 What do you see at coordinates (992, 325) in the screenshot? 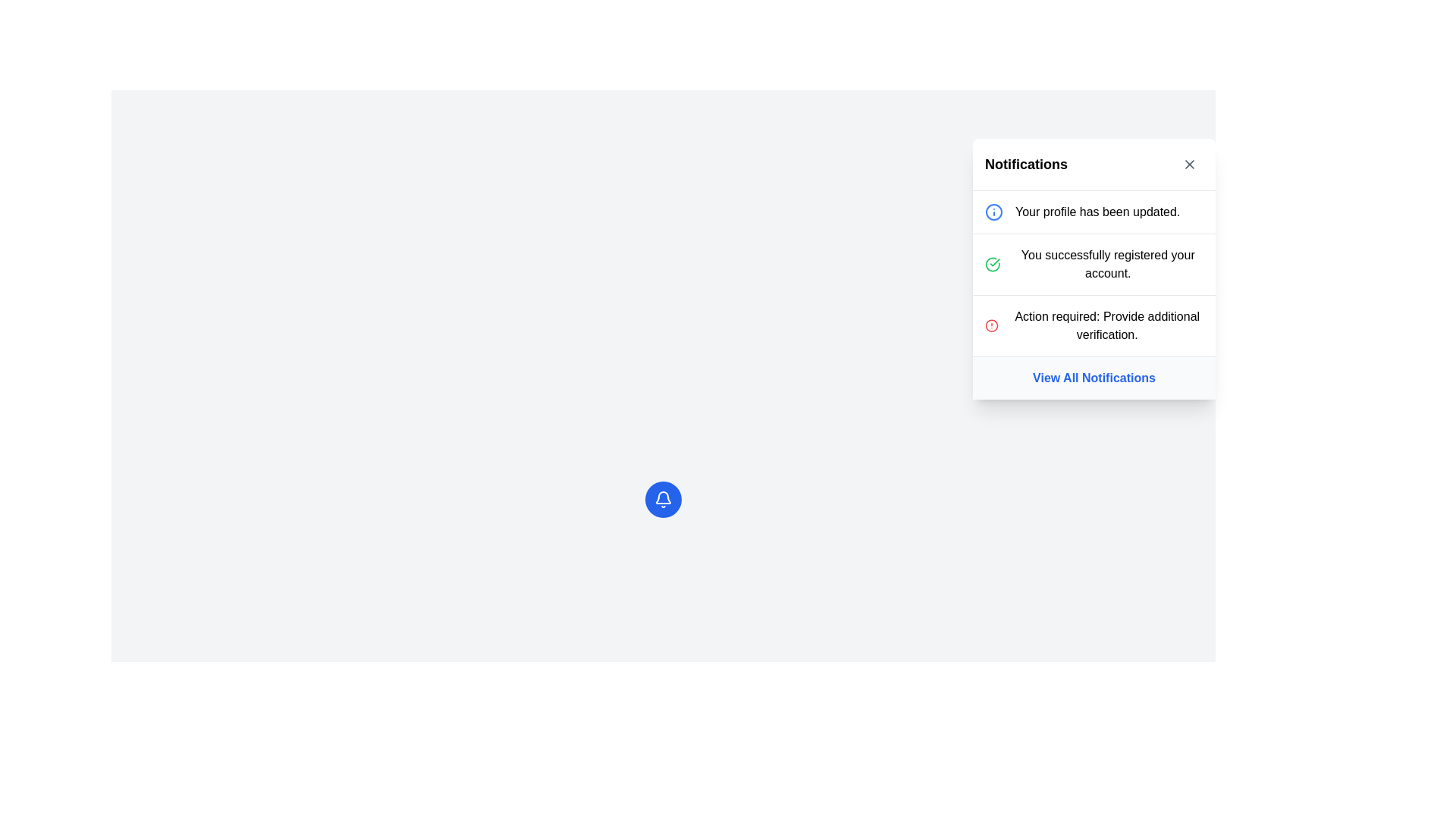
I see `the red circular icon representing alerts or warnings, located to the left of the notification text 'Action required: Provide additional verification.'` at bounding box center [992, 325].